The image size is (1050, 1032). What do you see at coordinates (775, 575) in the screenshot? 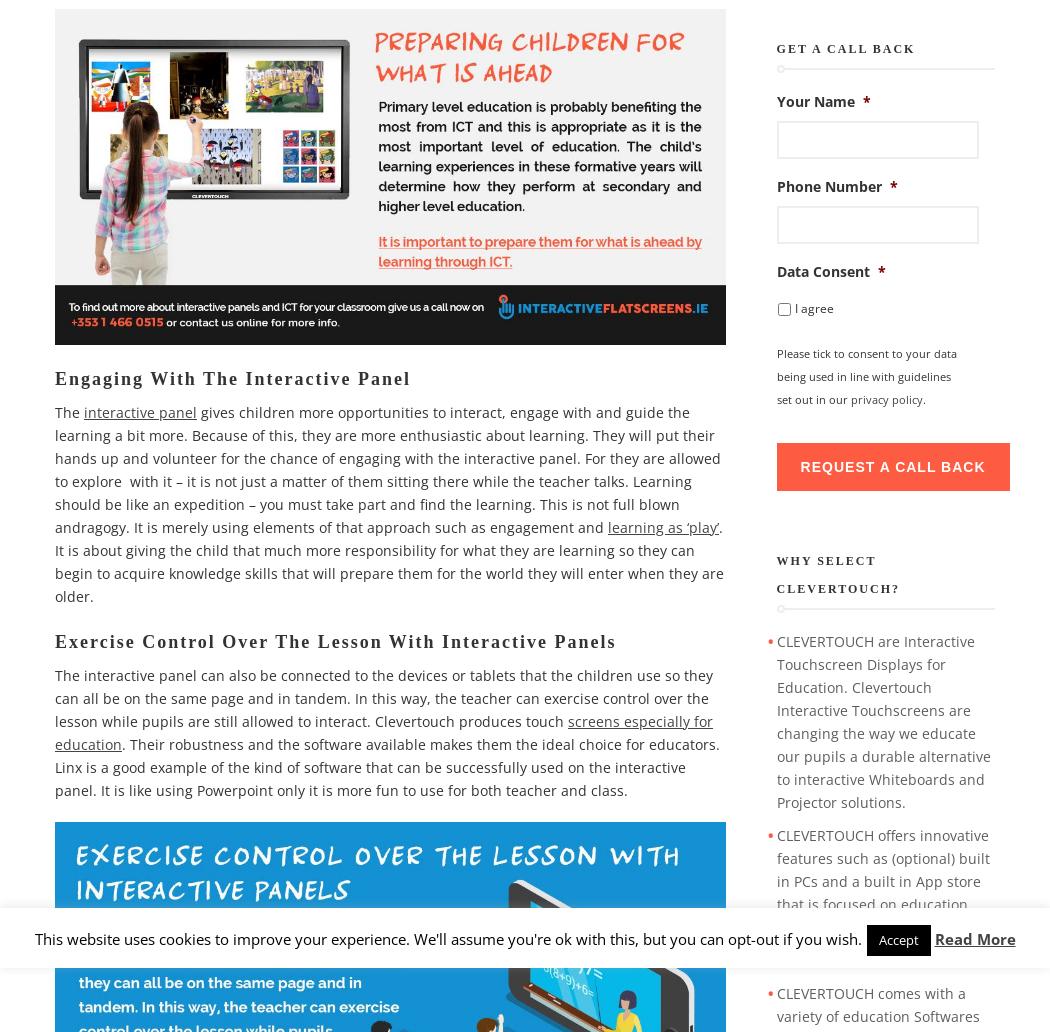
I see `'Why Select Clevertouch?'` at bounding box center [775, 575].